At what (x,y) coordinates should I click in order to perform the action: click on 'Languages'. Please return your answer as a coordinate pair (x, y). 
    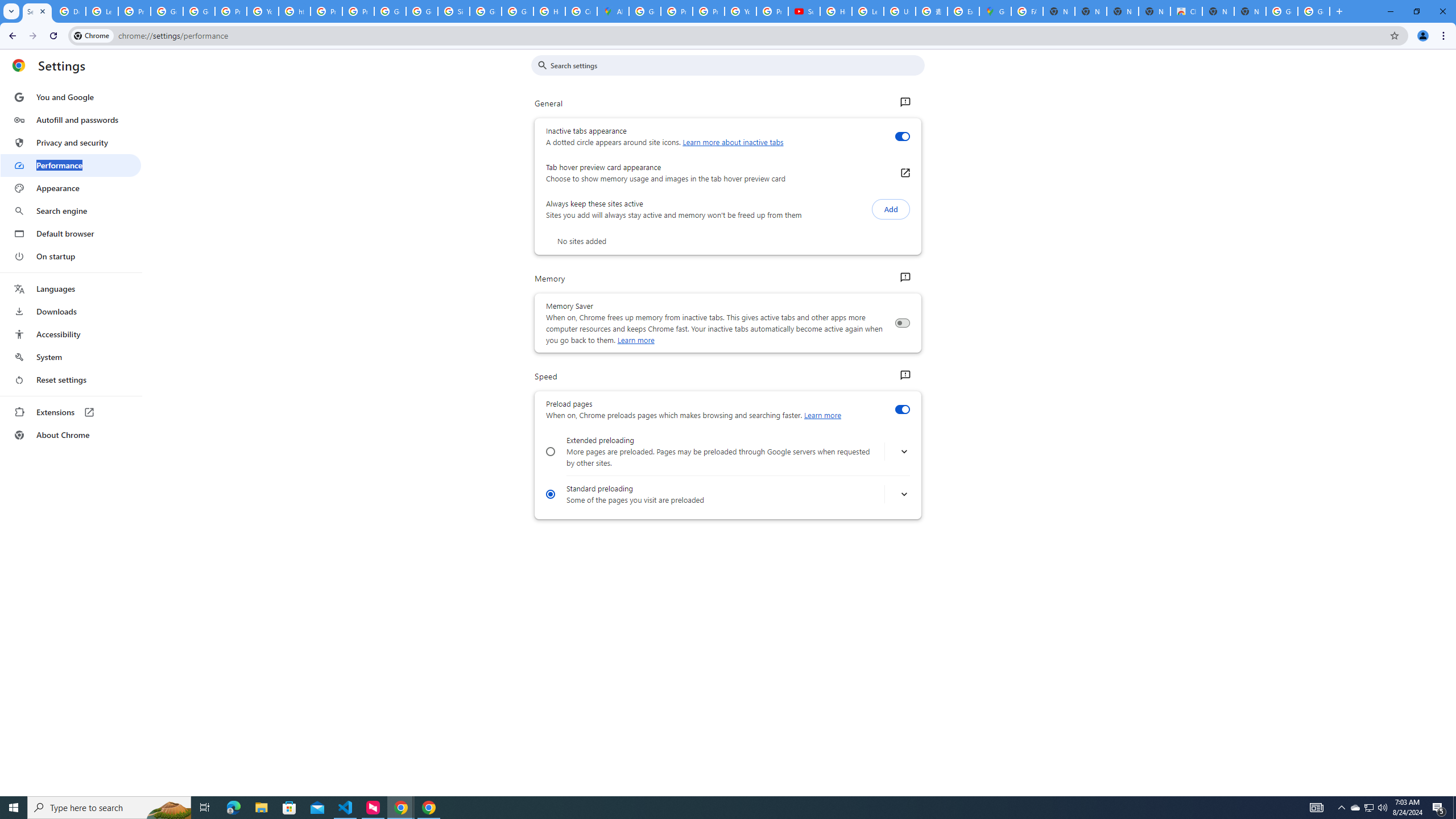
    Looking at the image, I should click on (70, 289).